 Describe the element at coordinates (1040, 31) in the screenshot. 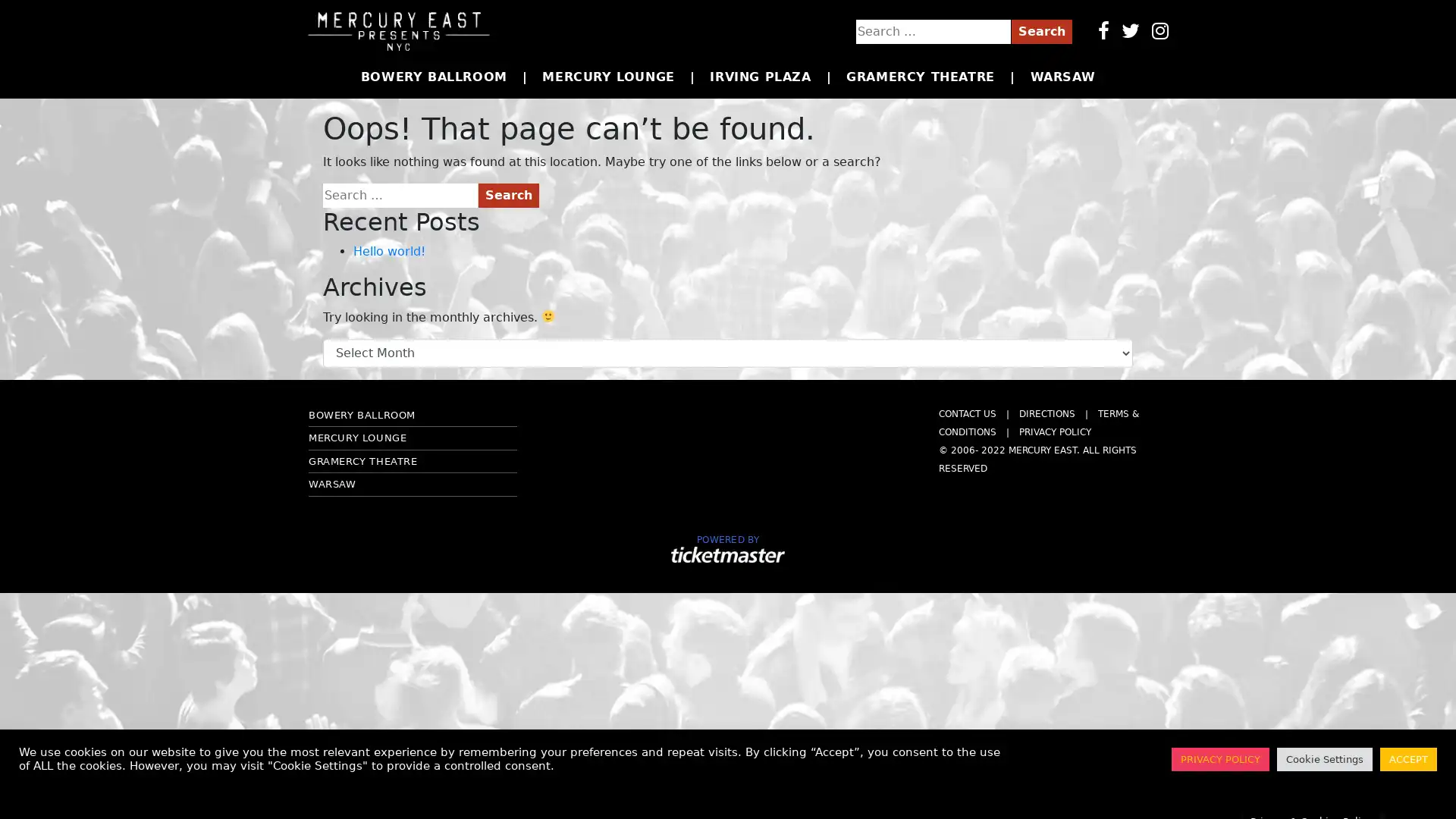

I see `Search` at that location.